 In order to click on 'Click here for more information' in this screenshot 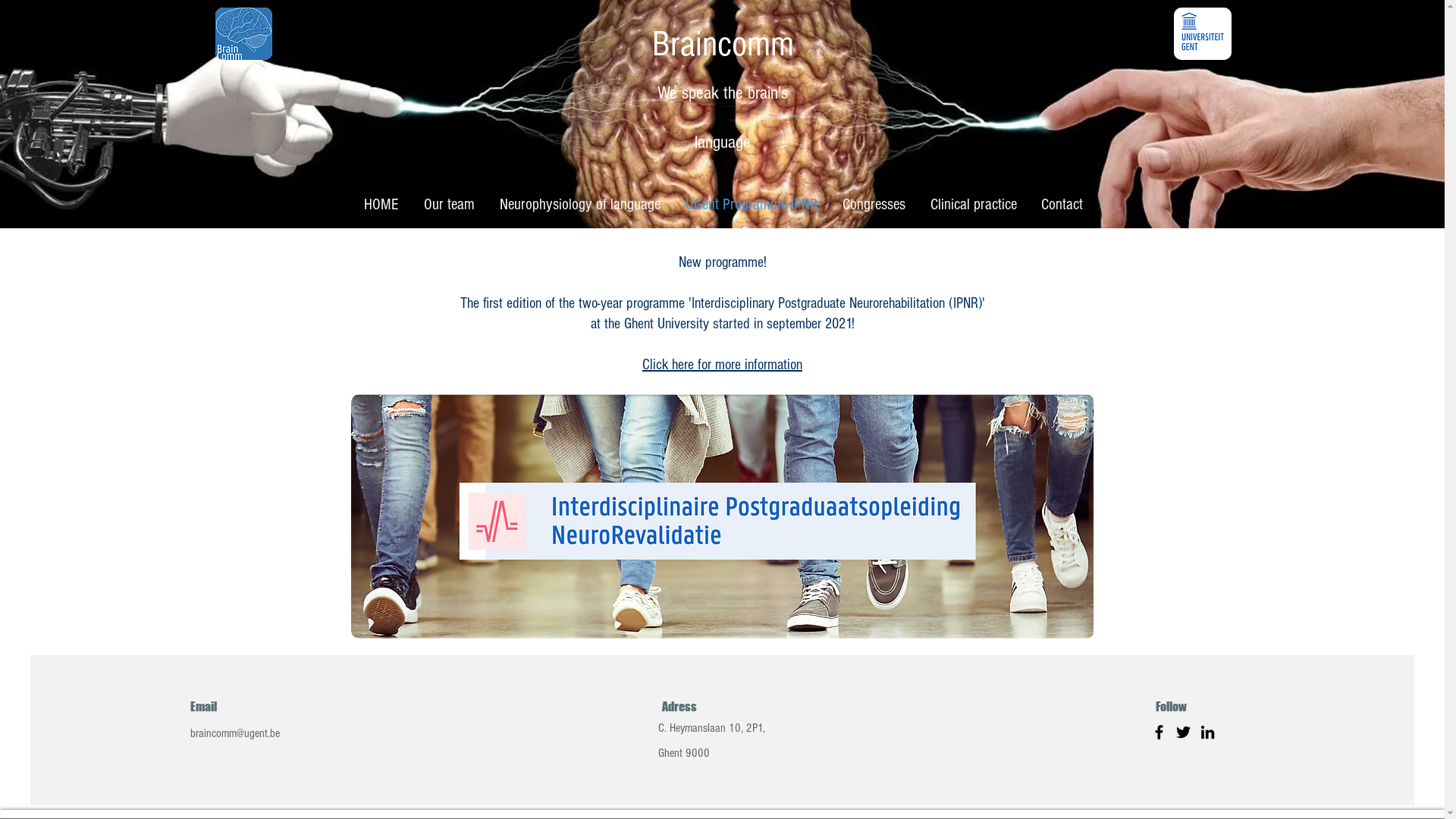, I will do `click(721, 363)`.